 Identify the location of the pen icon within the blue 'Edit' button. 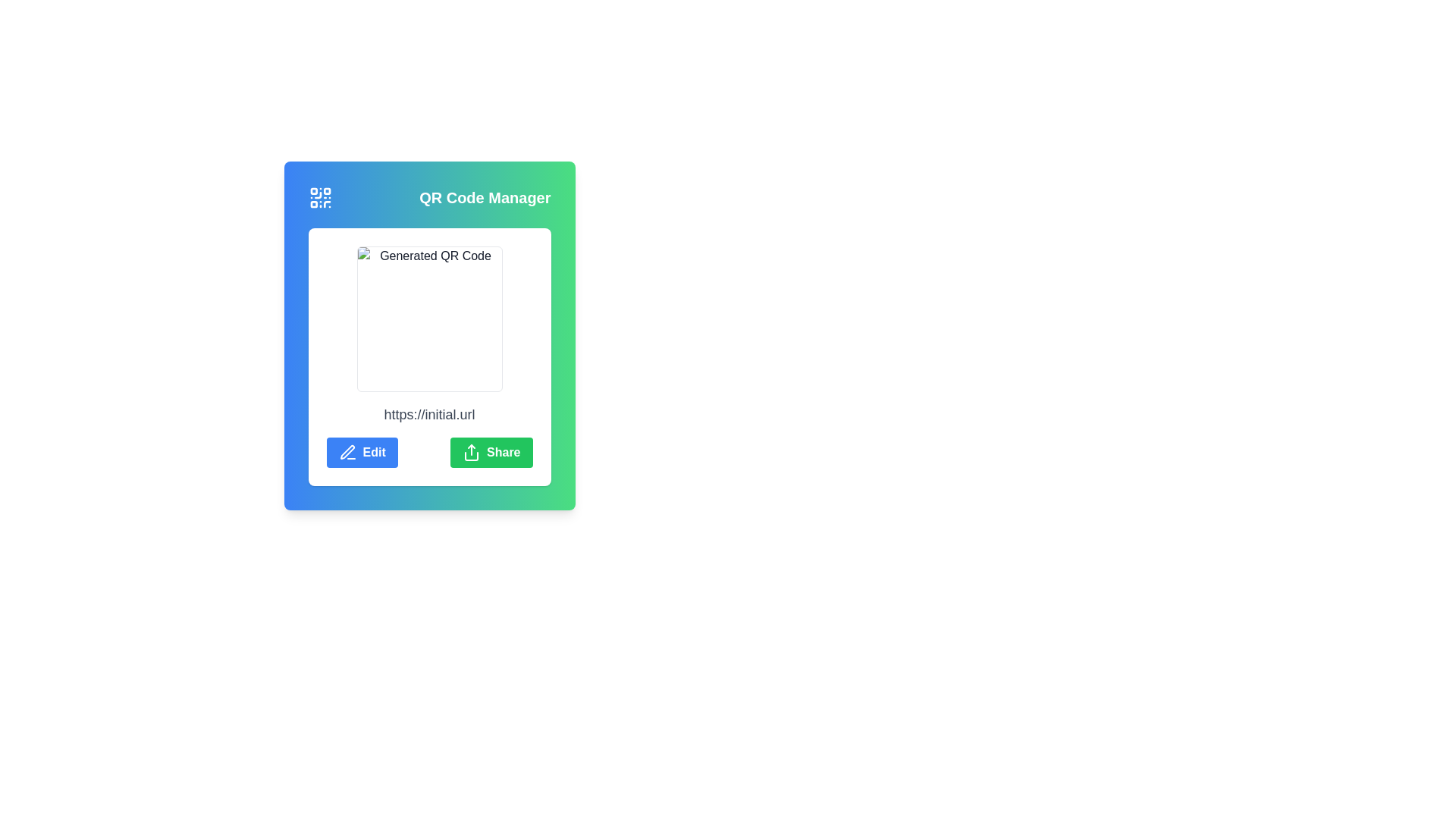
(347, 452).